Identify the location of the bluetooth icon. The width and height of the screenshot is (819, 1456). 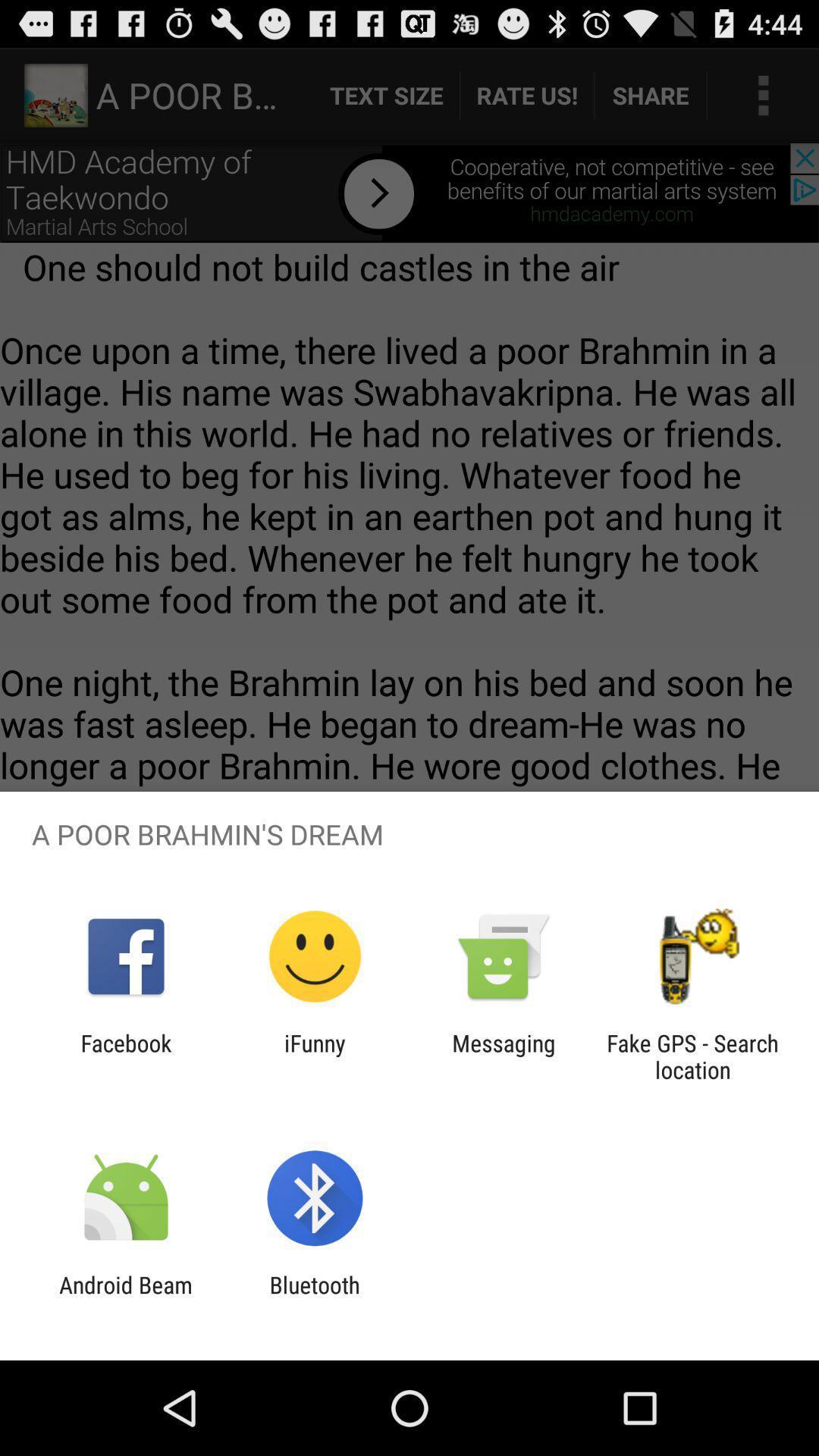
(314, 1298).